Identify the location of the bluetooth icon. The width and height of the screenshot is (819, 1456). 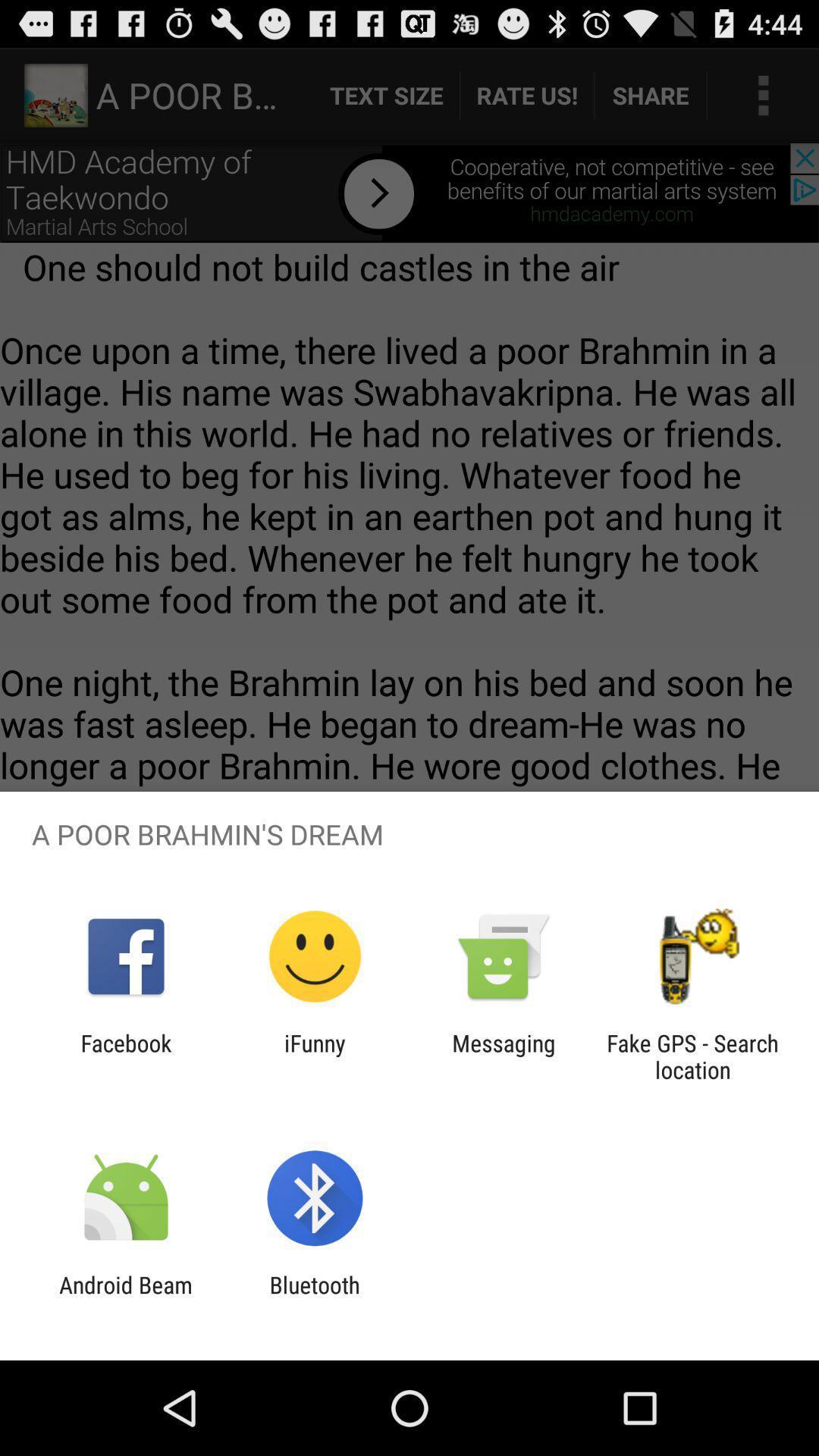
(314, 1298).